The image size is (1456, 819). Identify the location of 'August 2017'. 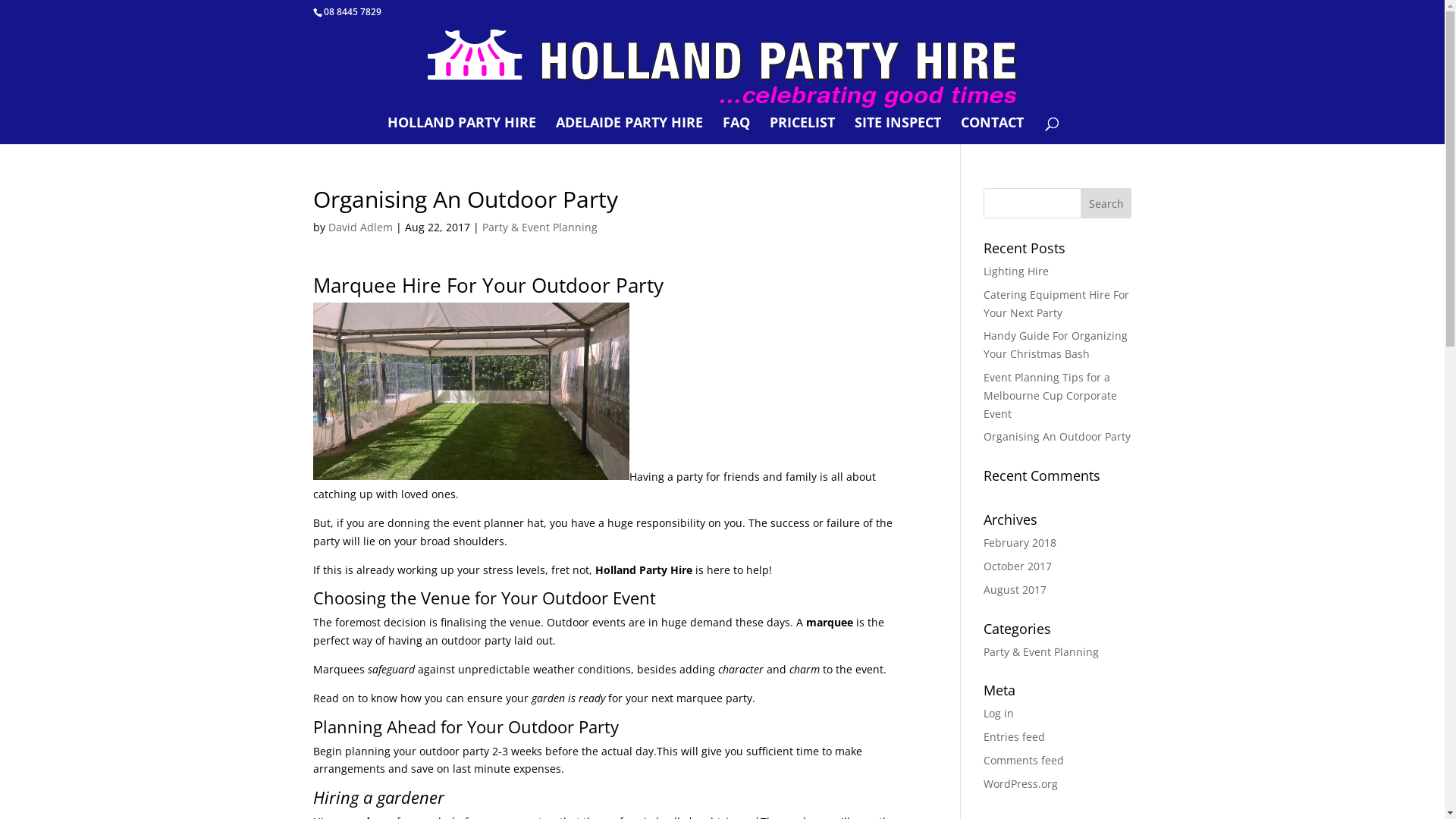
(983, 588).